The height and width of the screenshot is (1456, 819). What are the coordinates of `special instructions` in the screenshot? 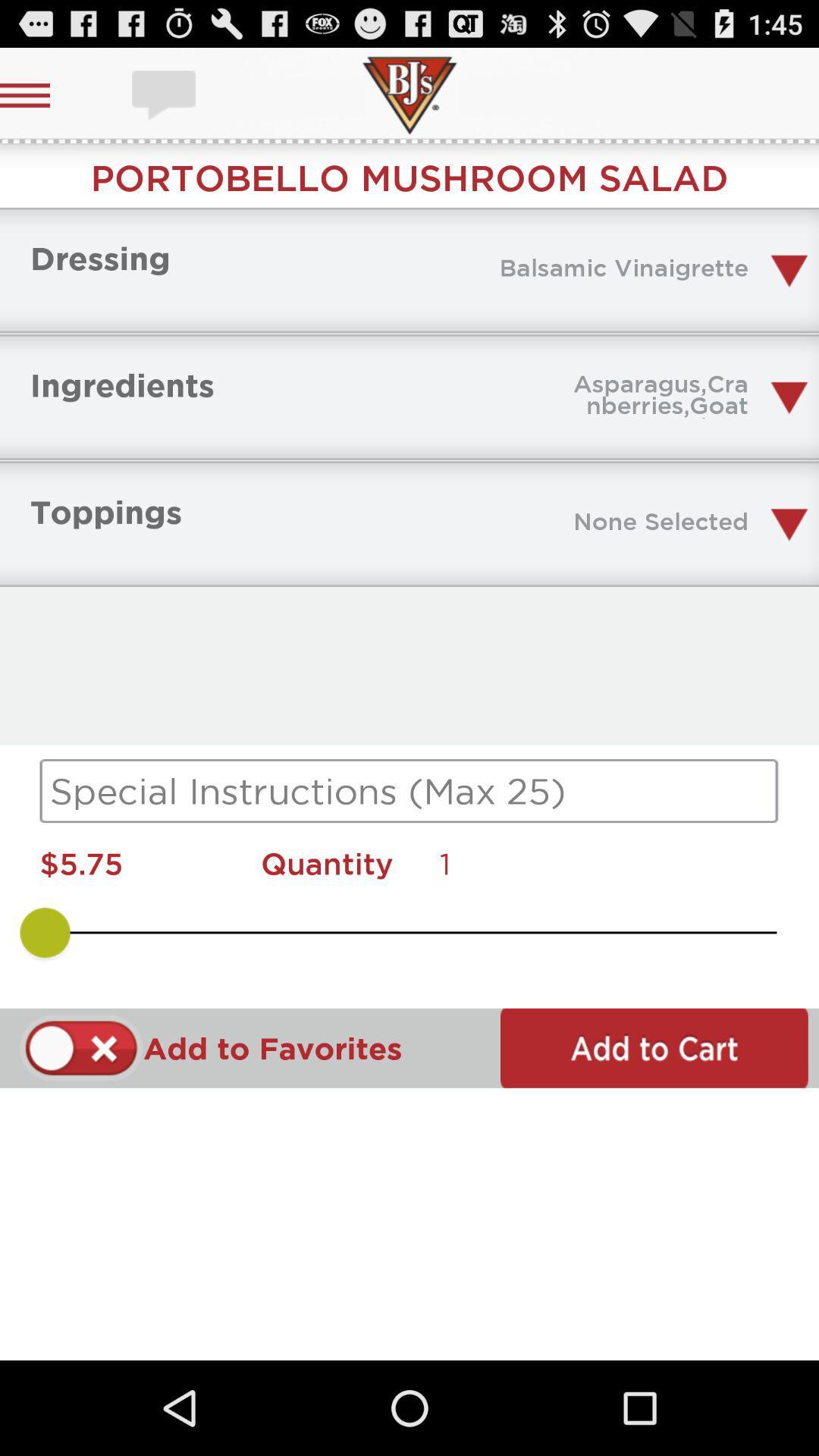 It's located at (409, 790).